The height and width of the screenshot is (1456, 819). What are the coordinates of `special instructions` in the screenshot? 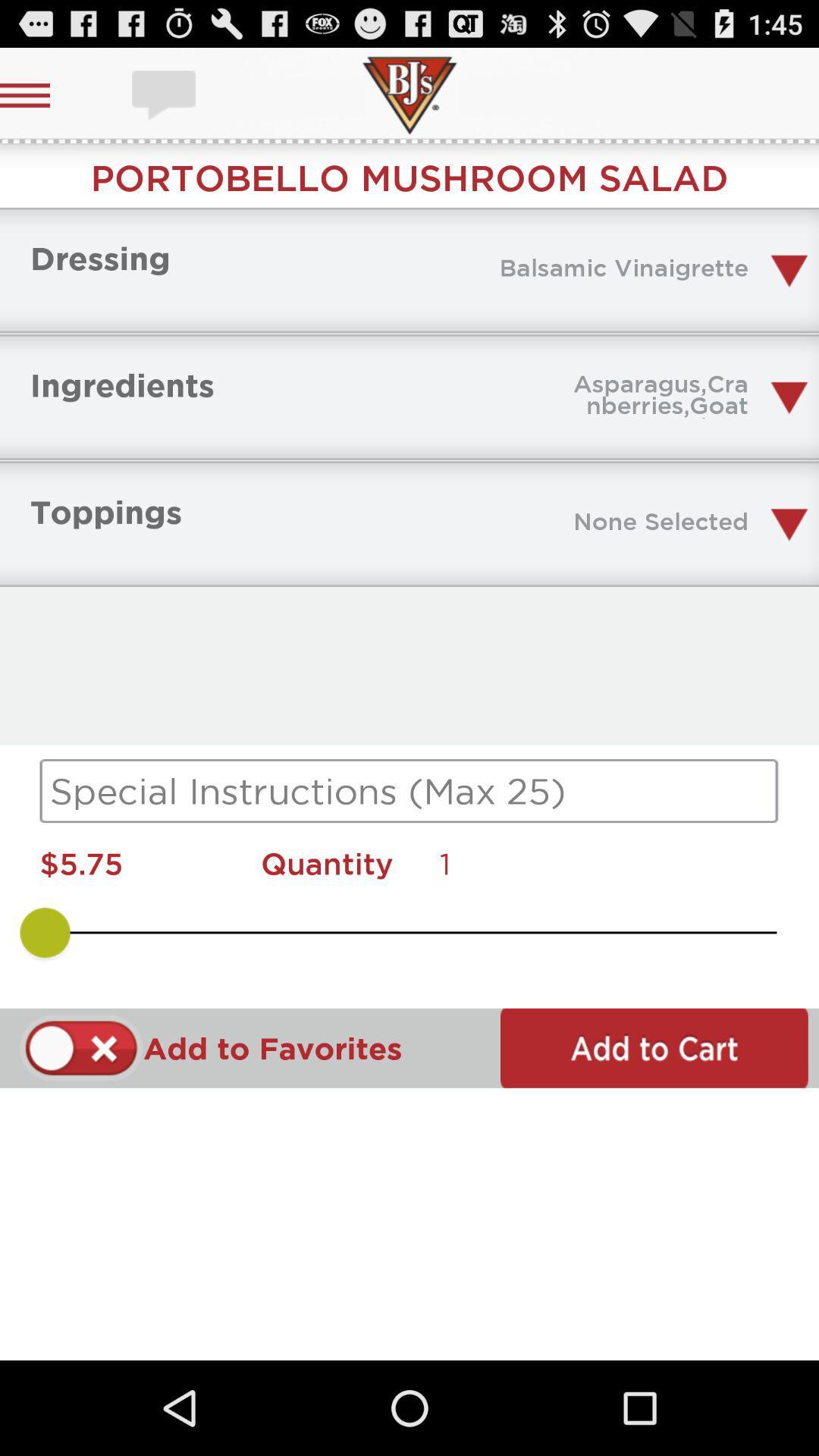 It's located at (409, 790).